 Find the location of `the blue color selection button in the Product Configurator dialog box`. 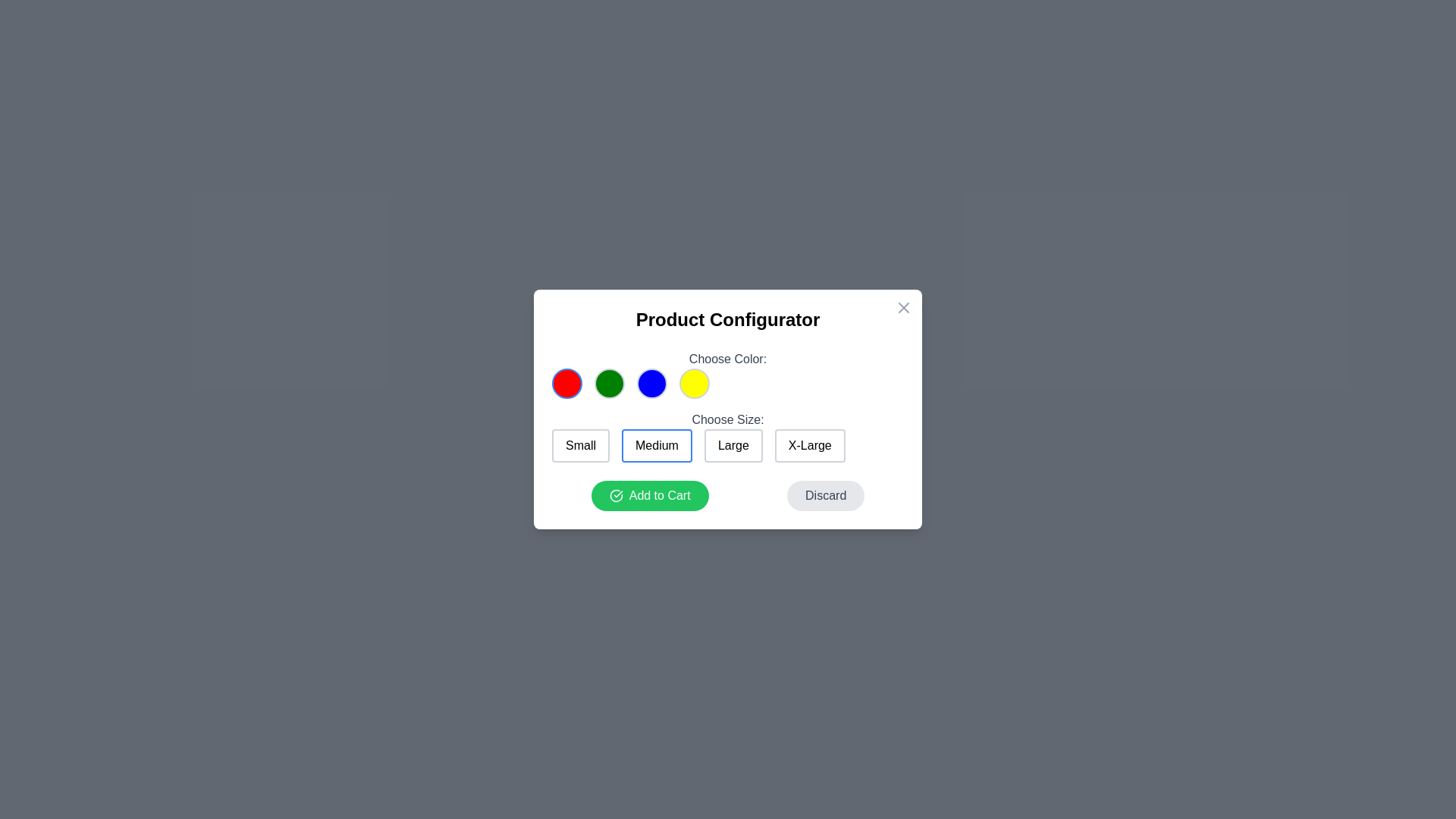

the blue color selection button in the Product Configurator dialog box is located at coordinates (651, 382).